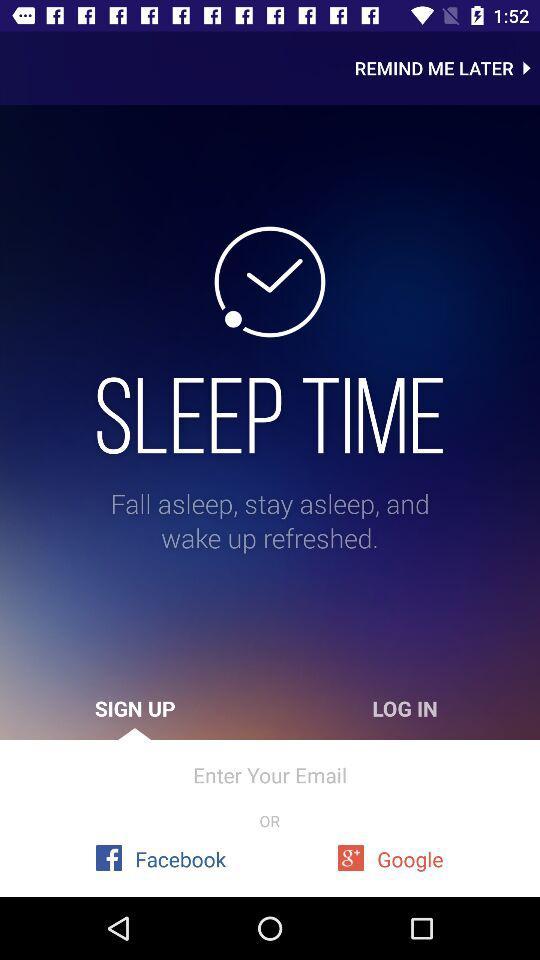  Describe the element at coordinates (447, 68) in the screenshot. I see `remind me later icon` at that location.